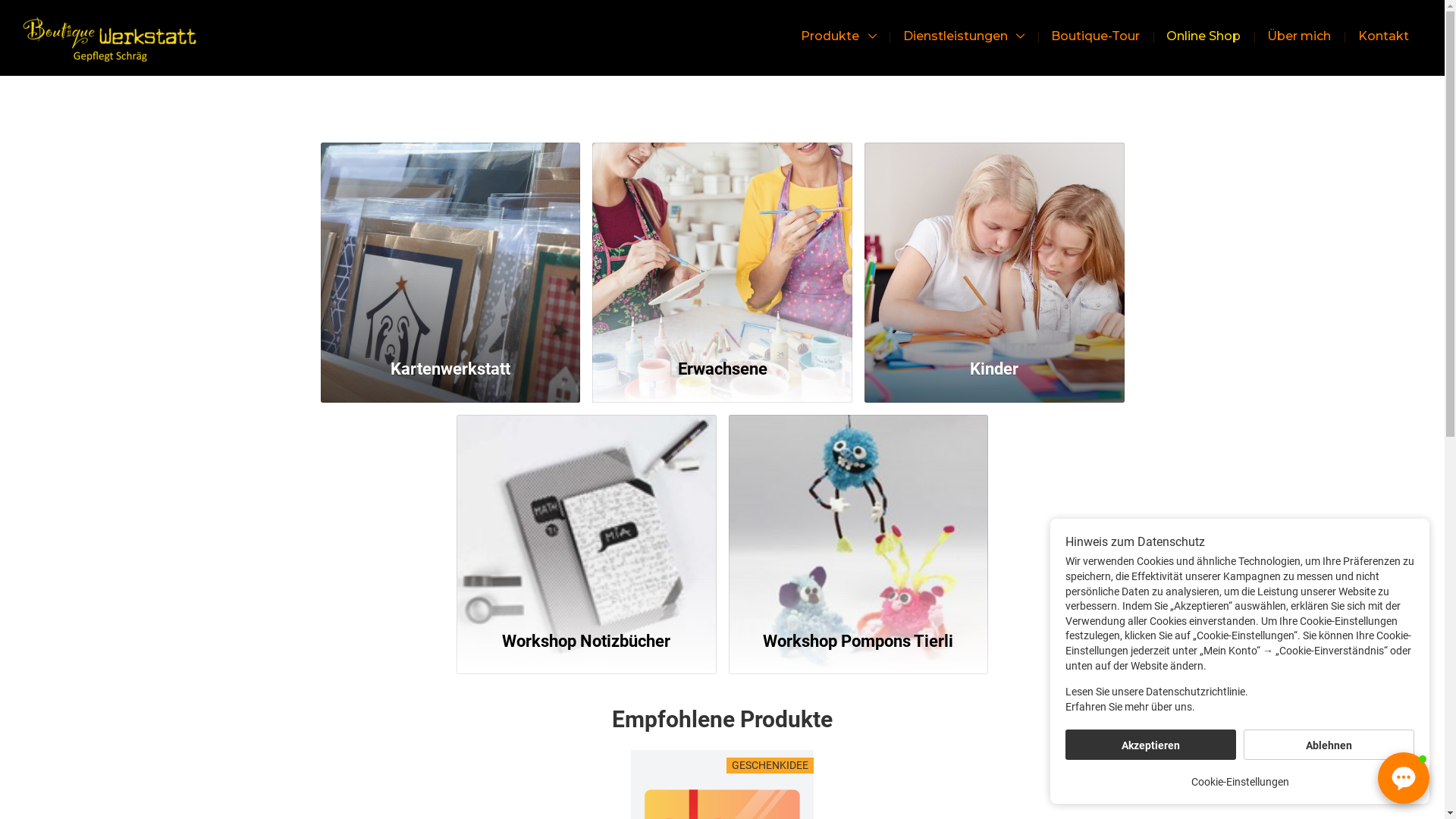 The width and height of the screenshot is (1456, 819). What do you see at coordinates (1150, 744) in the screenshot?
I see `'Akzeptieren'` at bounding box center [1150, 744].